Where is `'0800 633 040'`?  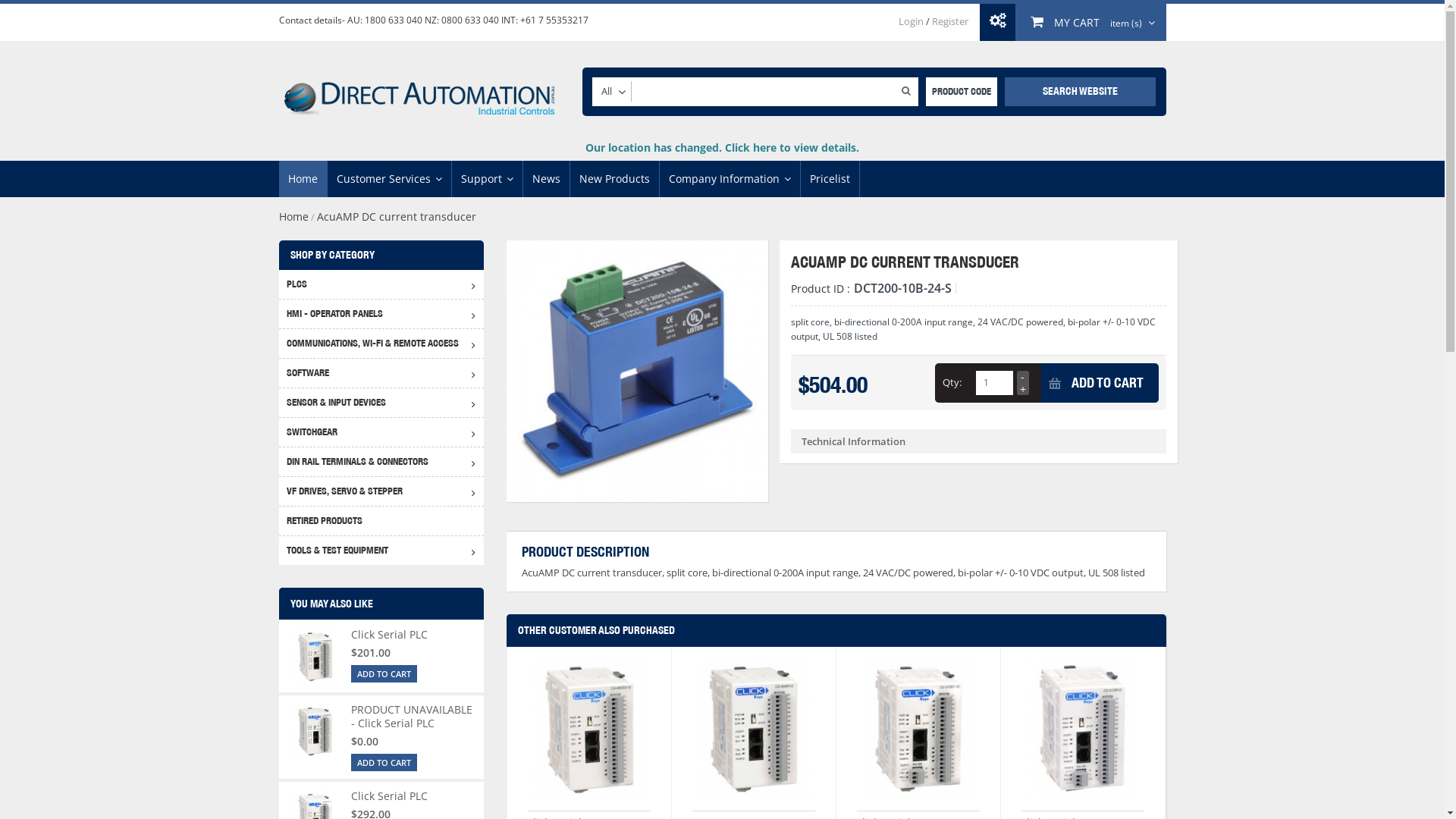
'0800 633 040' is located at coordinates (469, 20).